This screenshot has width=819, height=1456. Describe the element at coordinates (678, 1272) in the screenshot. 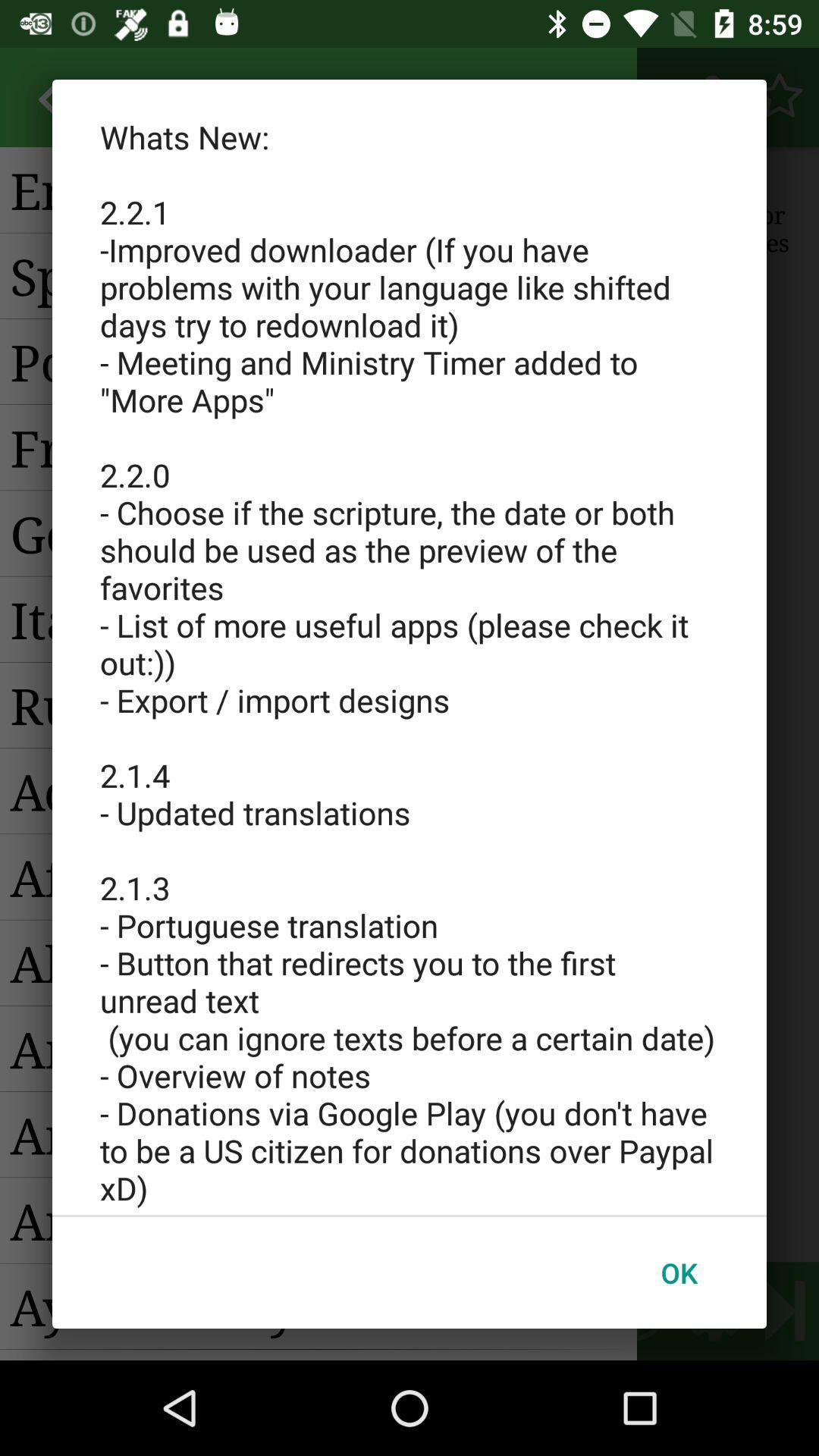

I see `the app below whats new 2 item` at that location.